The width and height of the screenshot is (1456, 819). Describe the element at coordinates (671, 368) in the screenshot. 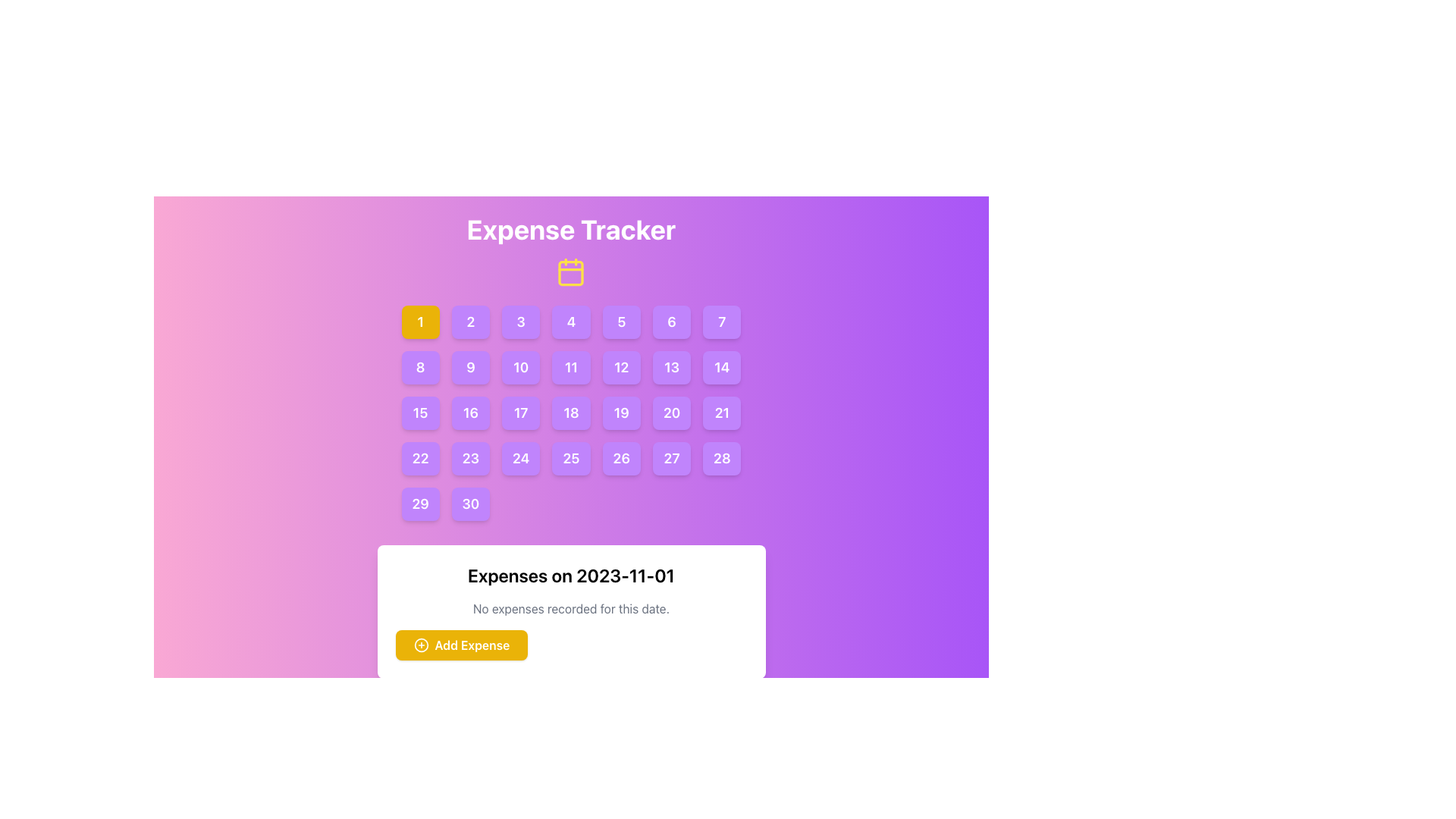

I see `the button representing the numeric date '13' in the calendar interface to change its color` at that location.